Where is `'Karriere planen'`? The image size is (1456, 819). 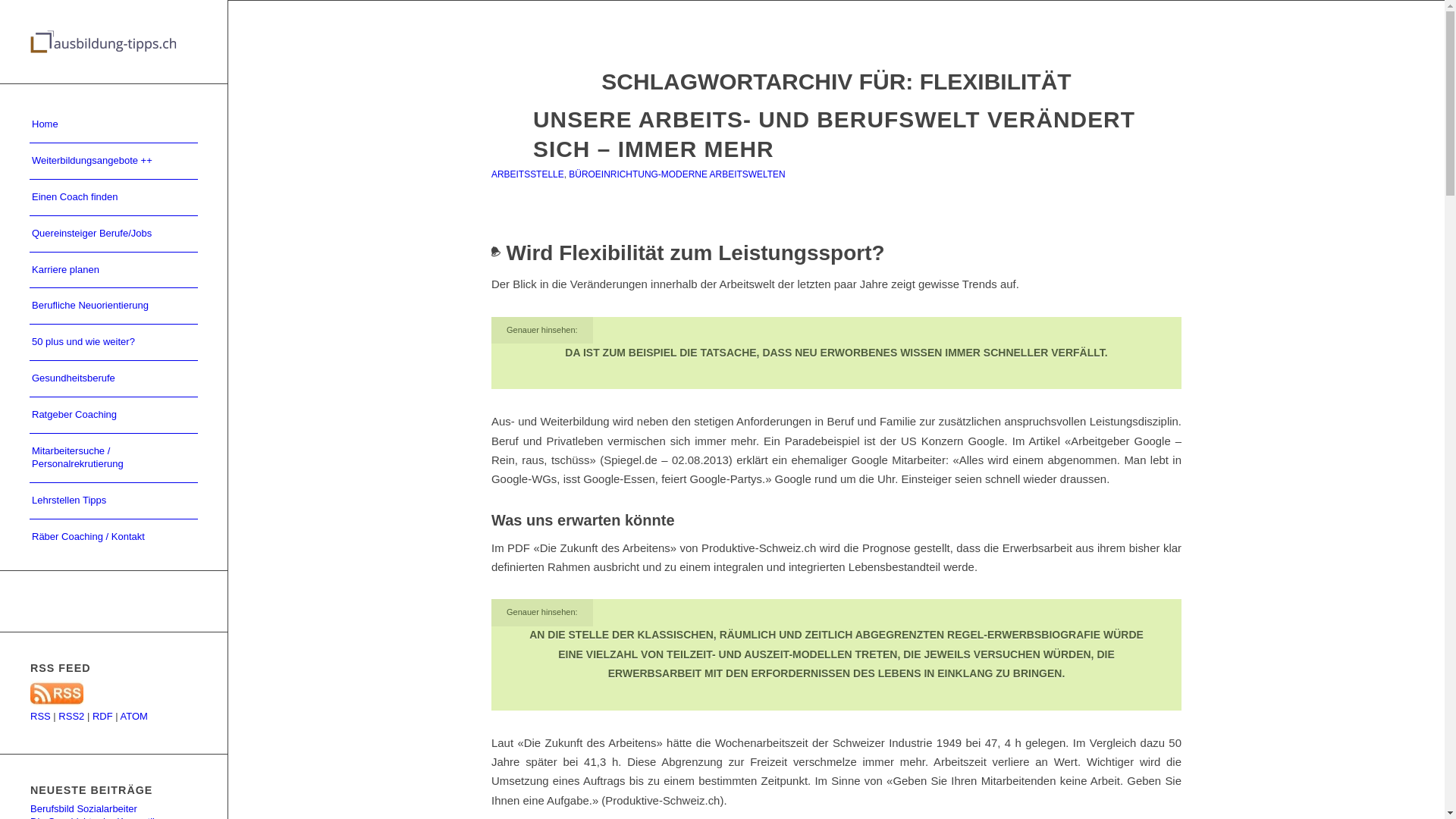
'Karriere planen' is located at coordinates (29, 270).